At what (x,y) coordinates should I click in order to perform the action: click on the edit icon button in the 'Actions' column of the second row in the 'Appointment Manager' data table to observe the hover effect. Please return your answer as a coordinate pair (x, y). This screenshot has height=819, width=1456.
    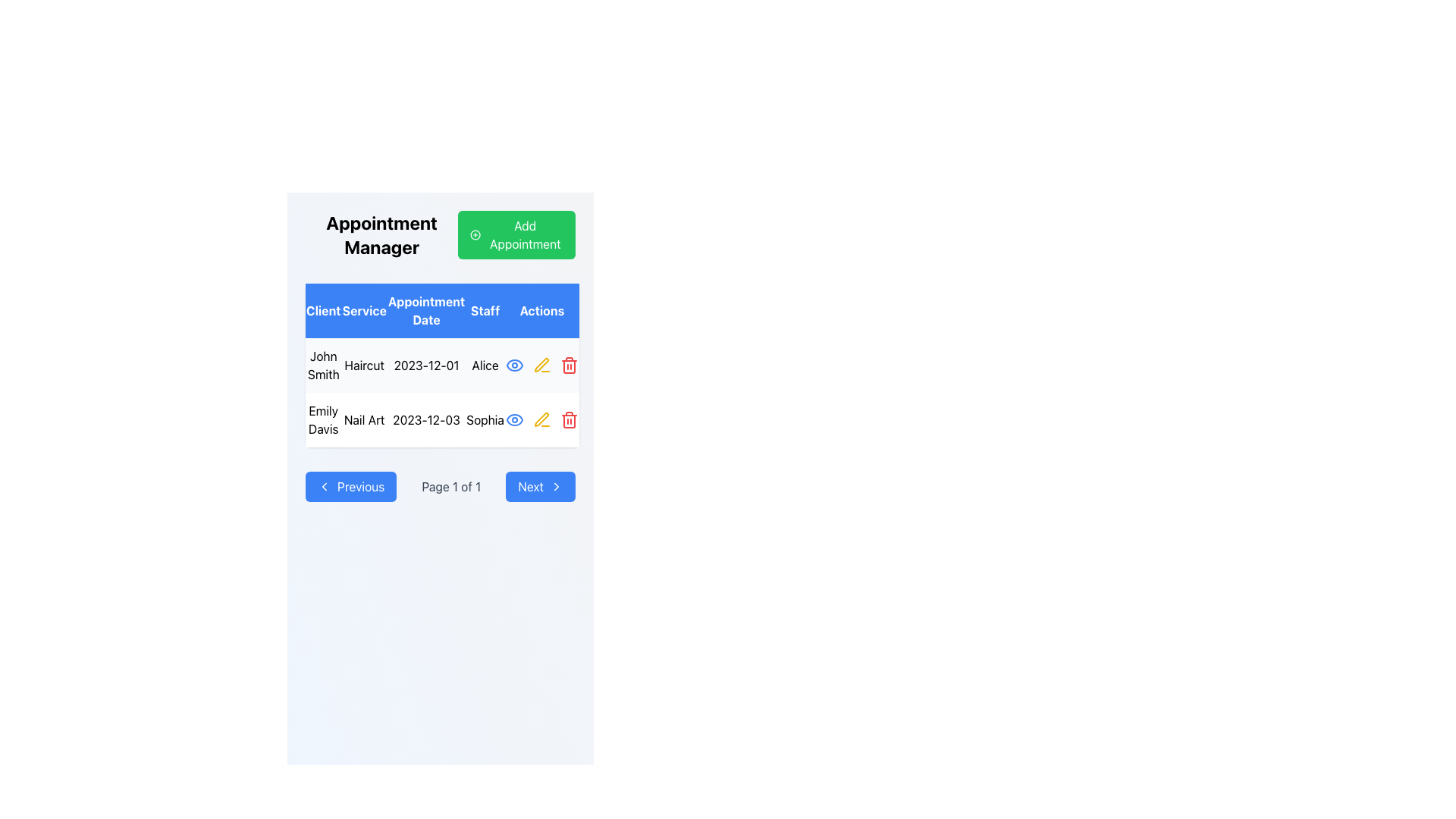
    Looking at the image, I should click on (541, 420).